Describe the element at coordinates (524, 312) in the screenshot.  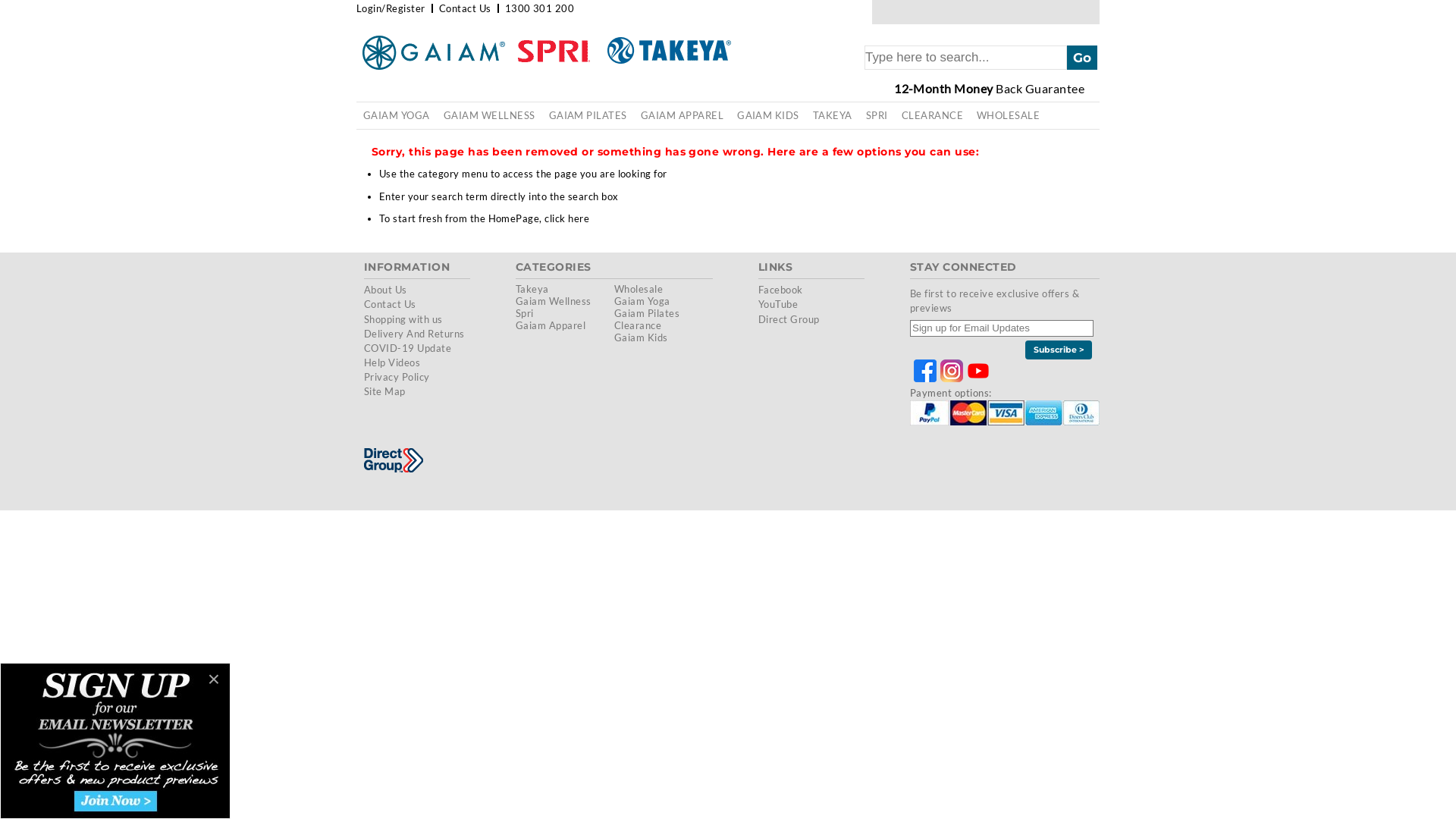
I see `'Spri'` at that location.